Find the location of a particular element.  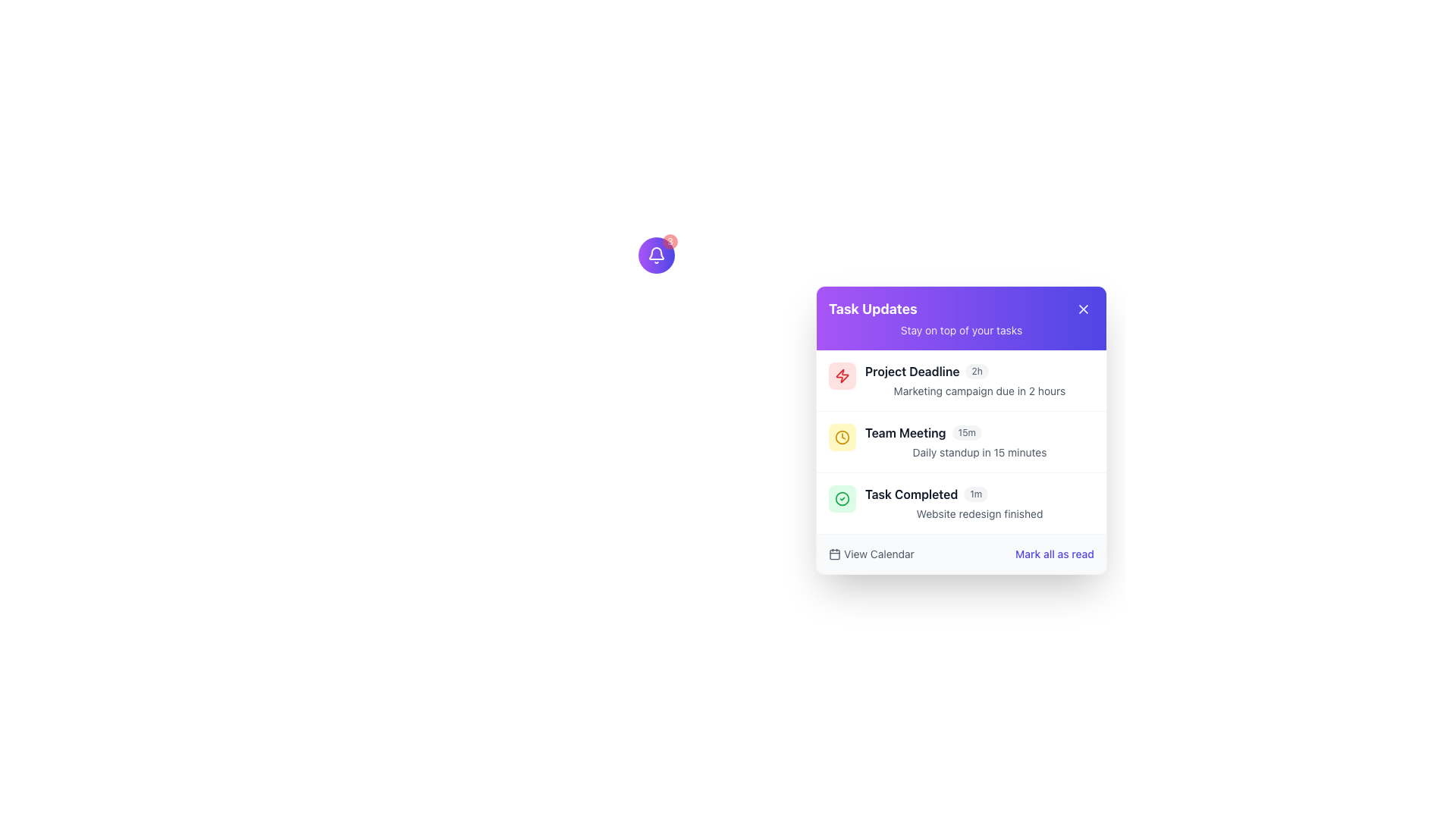

the Circle element representing the boundary of a confirmation icon within the SVG graphic in the notification panel is located at coordinates (841, 499).